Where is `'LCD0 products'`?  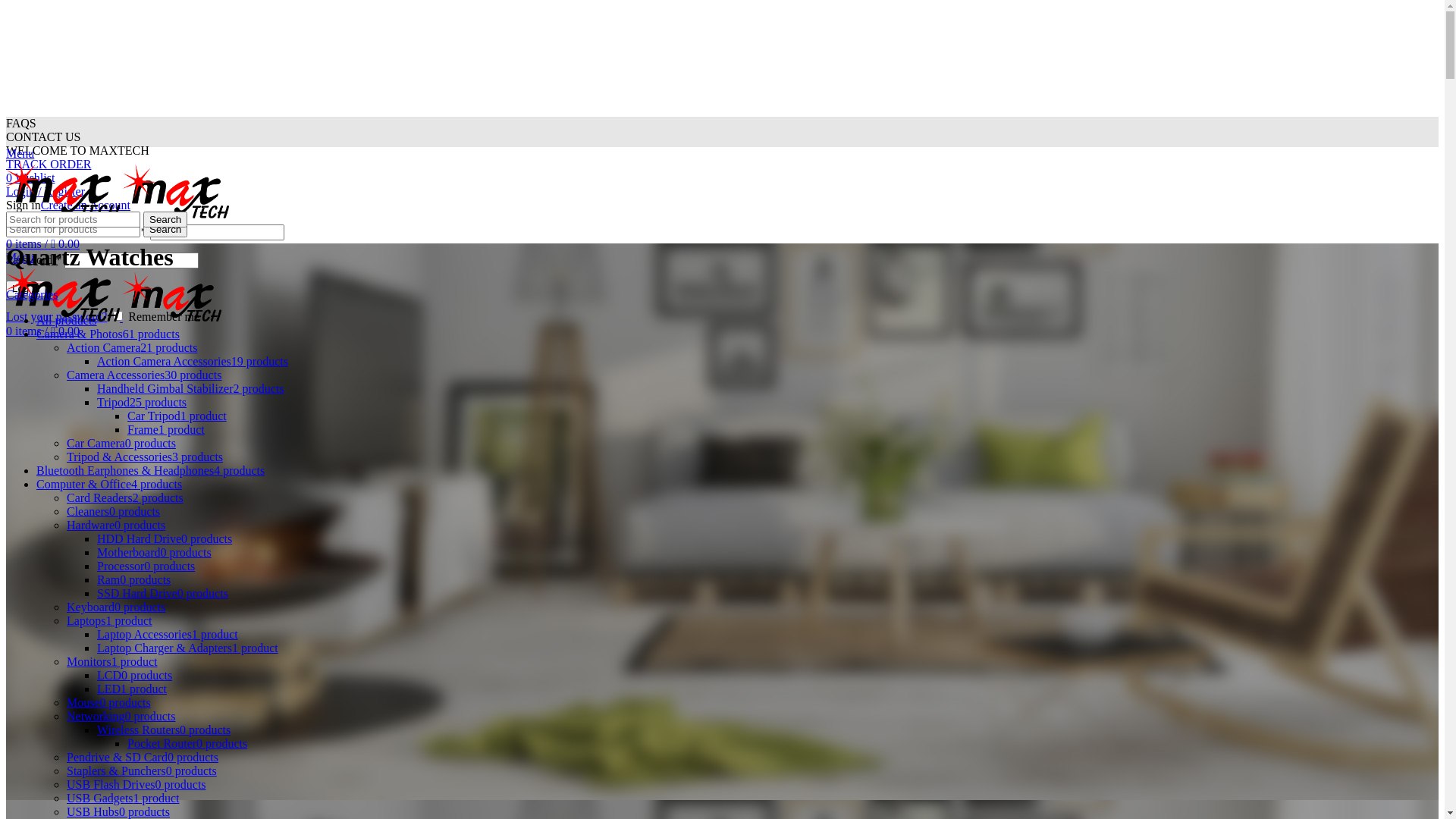
'LCD0 products' is located at coordinates (134, 674).